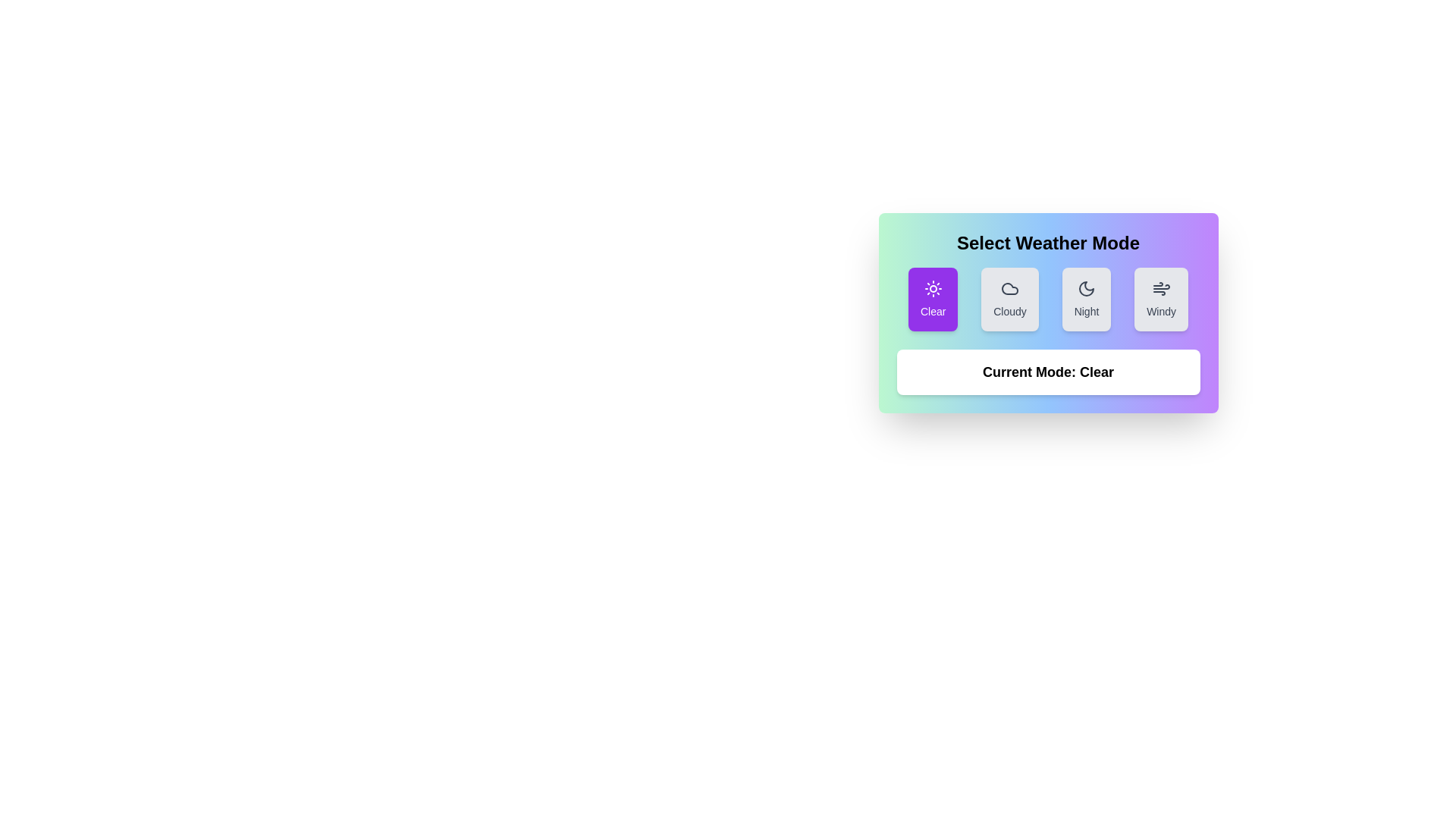  What do you see at coordinates (932, 299) in the screenshot?
I see `the bold purple 'Clear' button with a sun icon` at bounding box center [932, 299].